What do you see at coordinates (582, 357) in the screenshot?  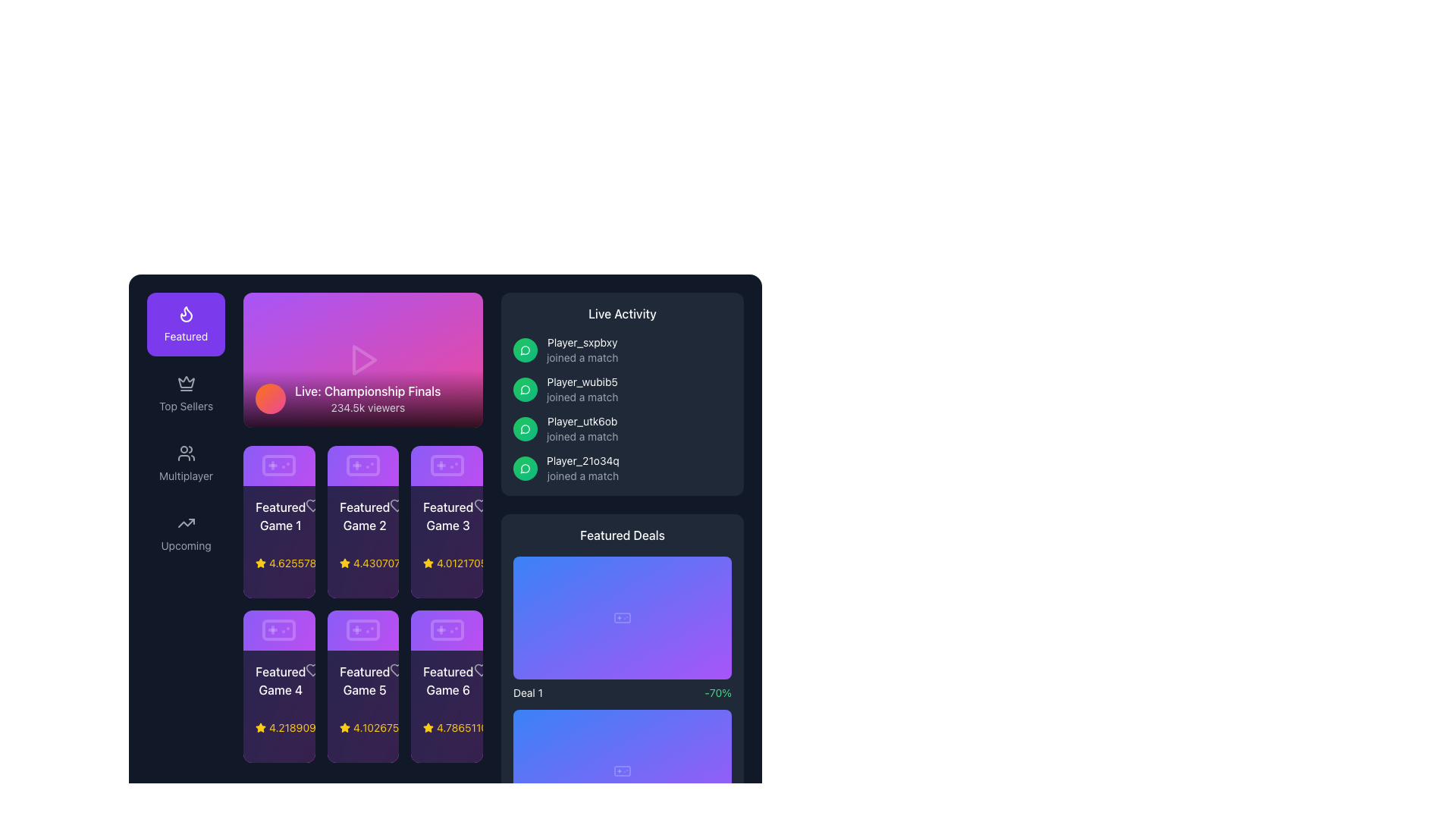 I see `the text label that says 'joined a match'` at bounding box center [582, 357].